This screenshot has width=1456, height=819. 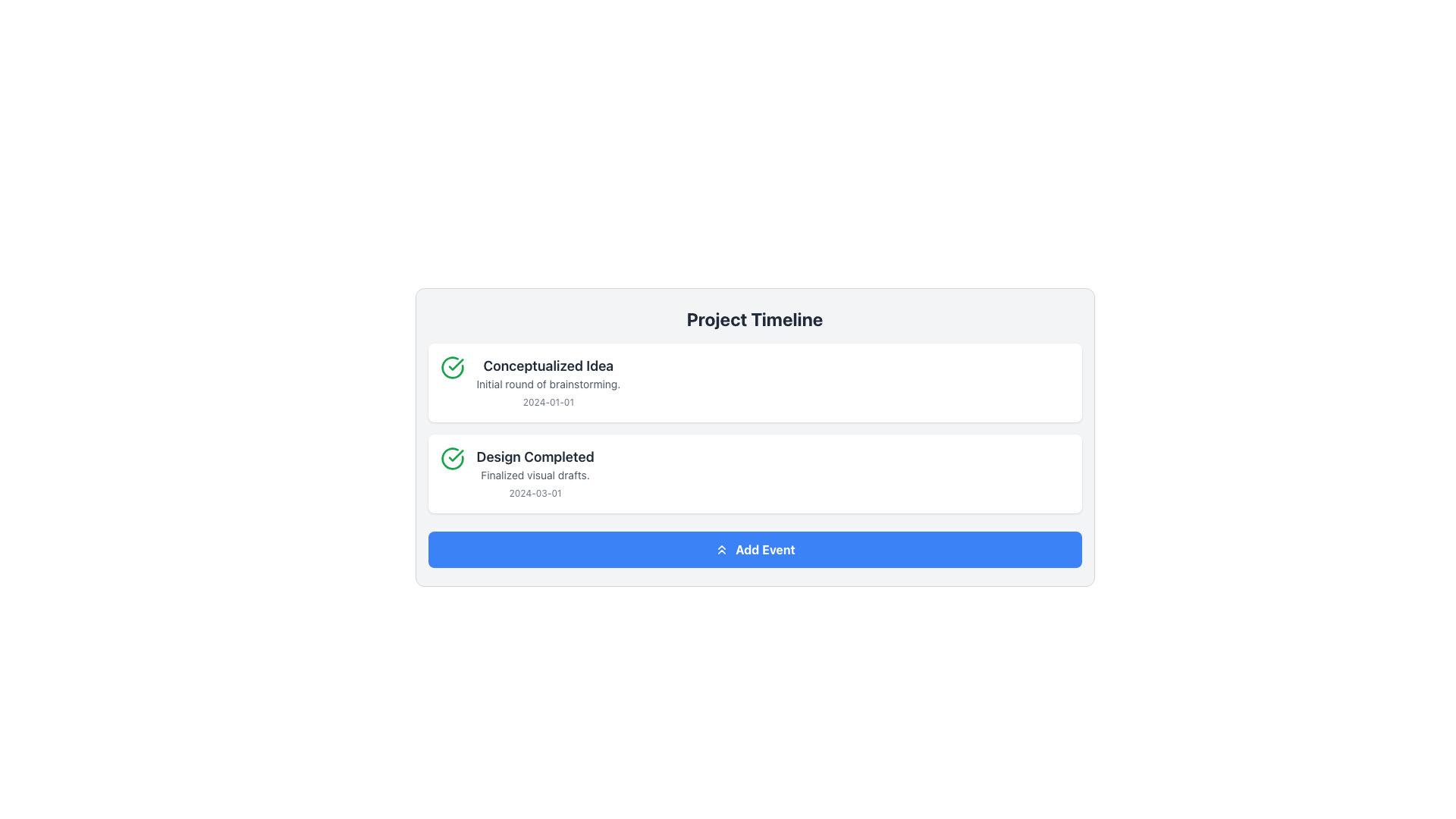 I want to click on the header text element located directly above the text 'Finalized visual drafts.', so click(x=535, y=456).